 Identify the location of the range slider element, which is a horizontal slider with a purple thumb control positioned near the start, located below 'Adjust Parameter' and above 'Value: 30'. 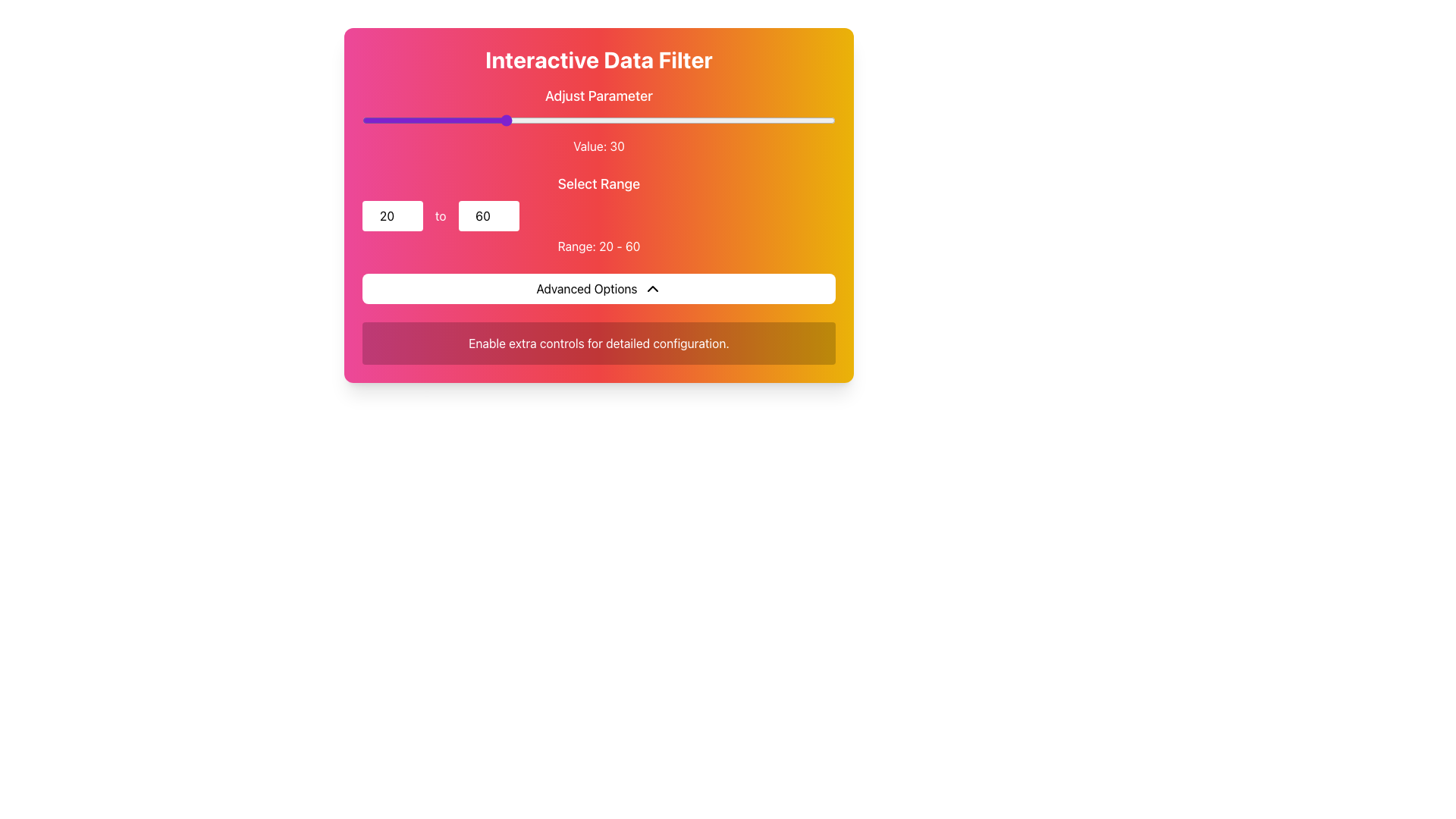
(598, 119).